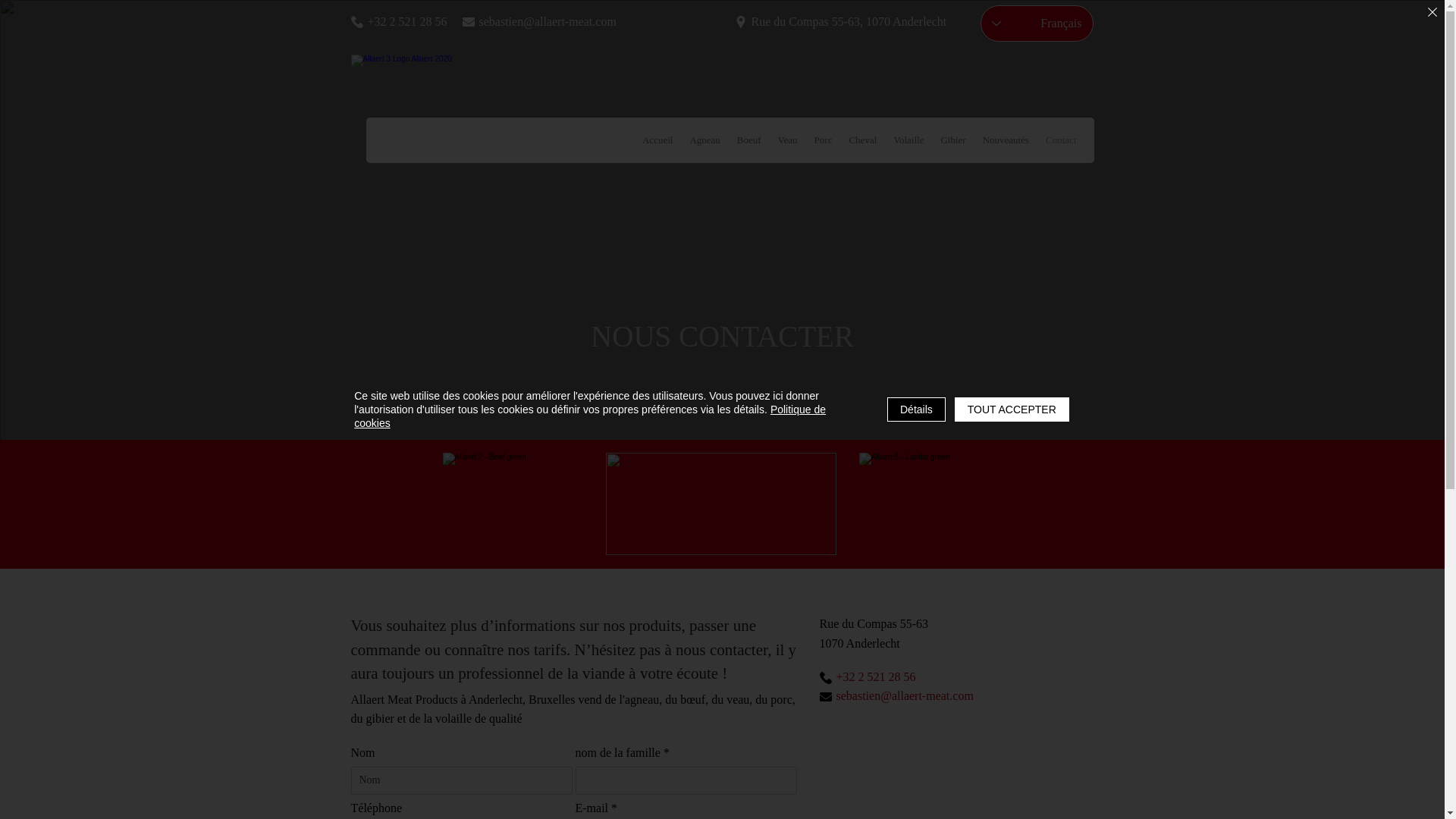 The height and width of the screenshot is (819, 1456). I want to click on 'Veau', so click(787, 140).